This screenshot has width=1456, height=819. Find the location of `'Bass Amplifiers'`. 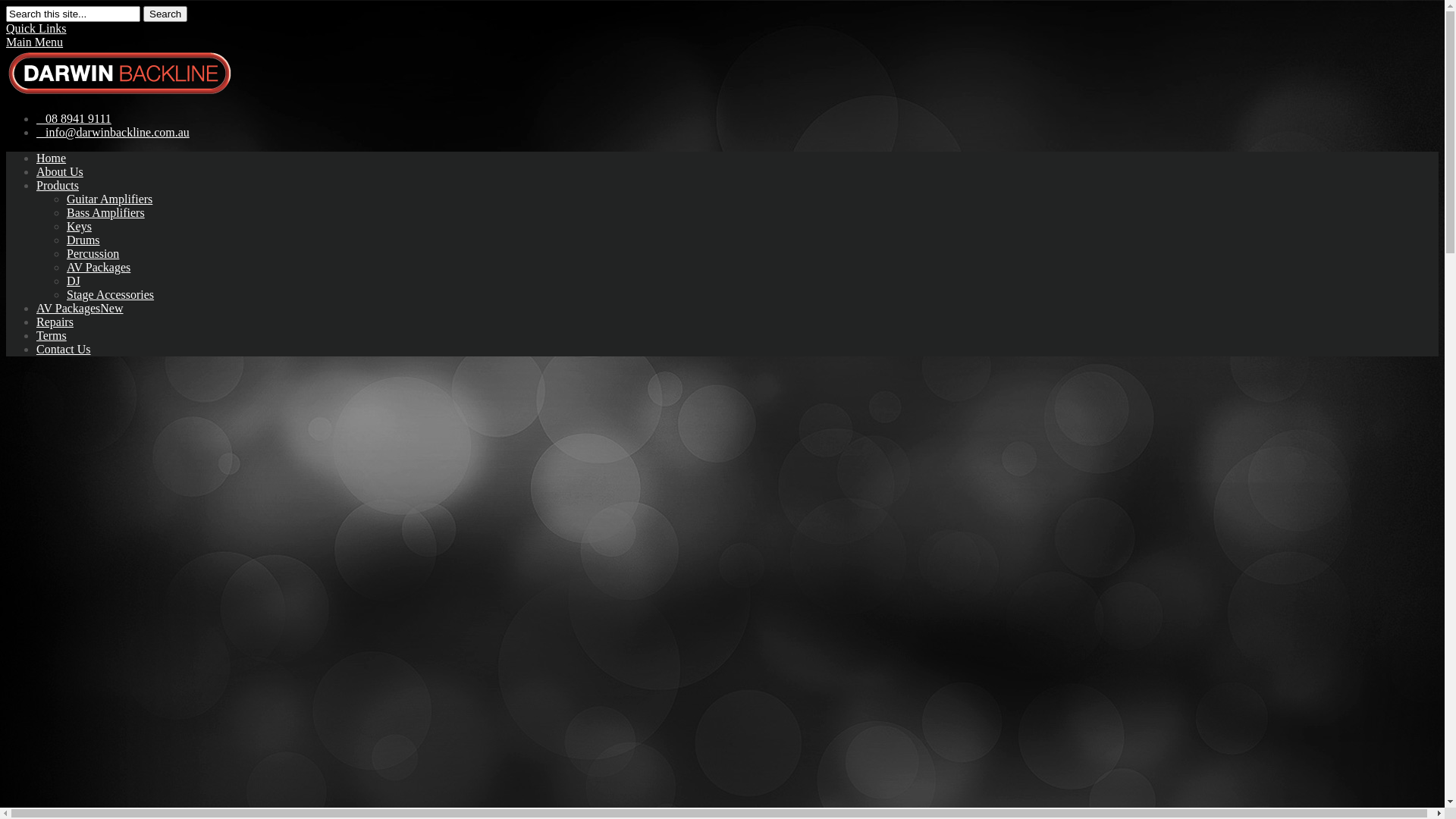

'Bass Amplifiers' is located at coordinates (105, 212).